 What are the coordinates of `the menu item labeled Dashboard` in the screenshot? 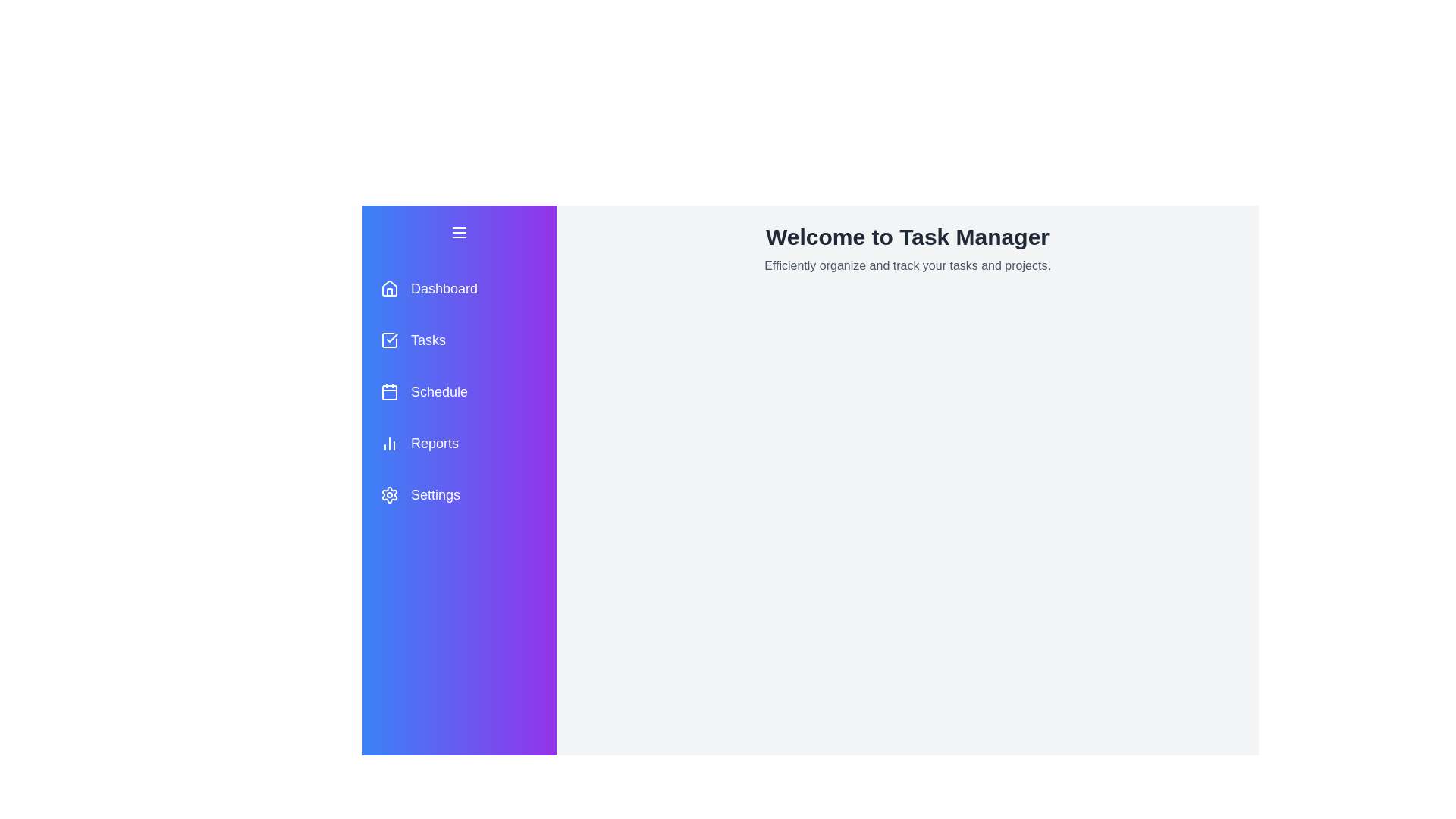 It's located at (458, 289).